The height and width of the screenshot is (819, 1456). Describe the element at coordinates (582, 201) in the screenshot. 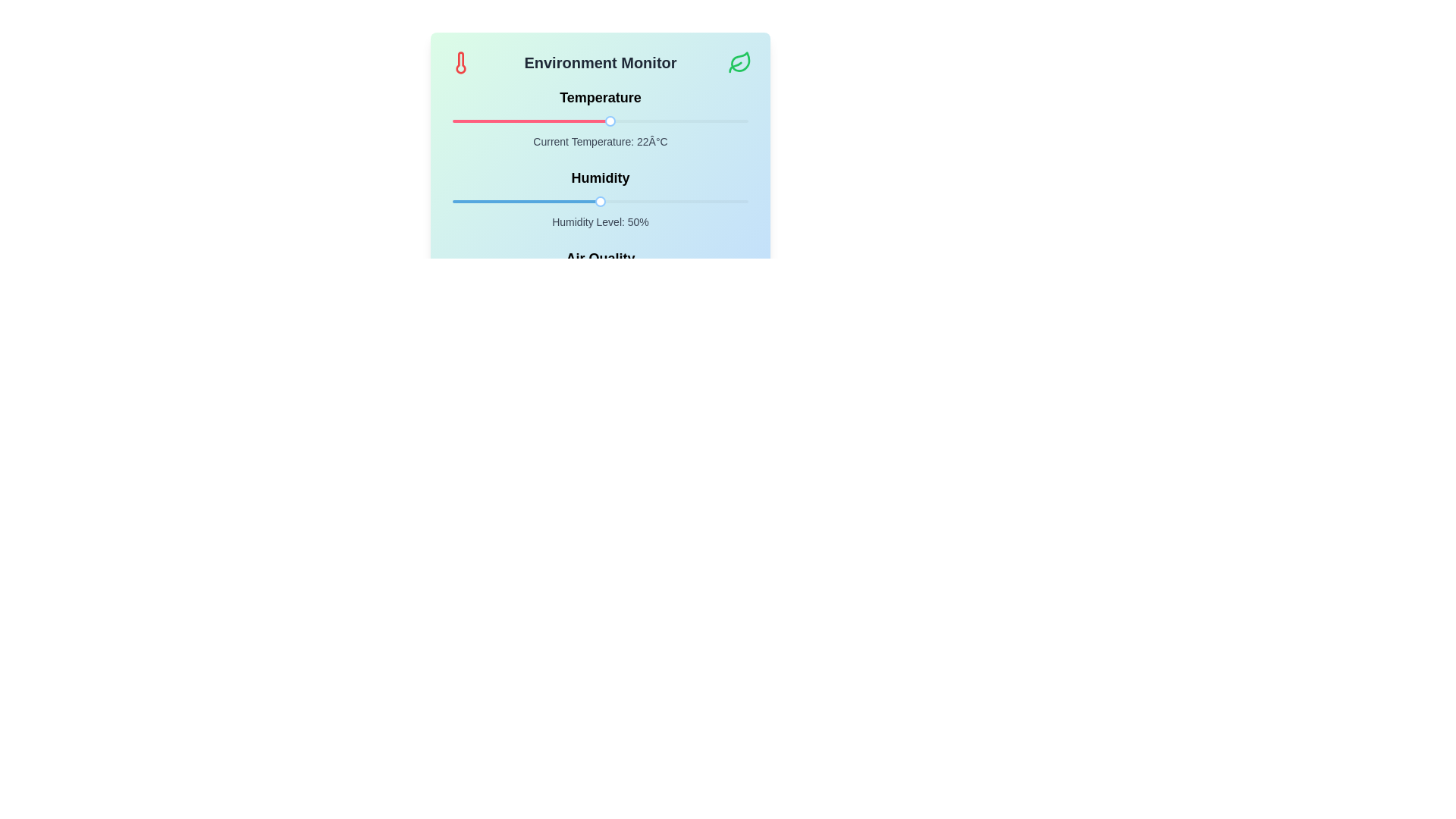

I see `the humidity` at that location.